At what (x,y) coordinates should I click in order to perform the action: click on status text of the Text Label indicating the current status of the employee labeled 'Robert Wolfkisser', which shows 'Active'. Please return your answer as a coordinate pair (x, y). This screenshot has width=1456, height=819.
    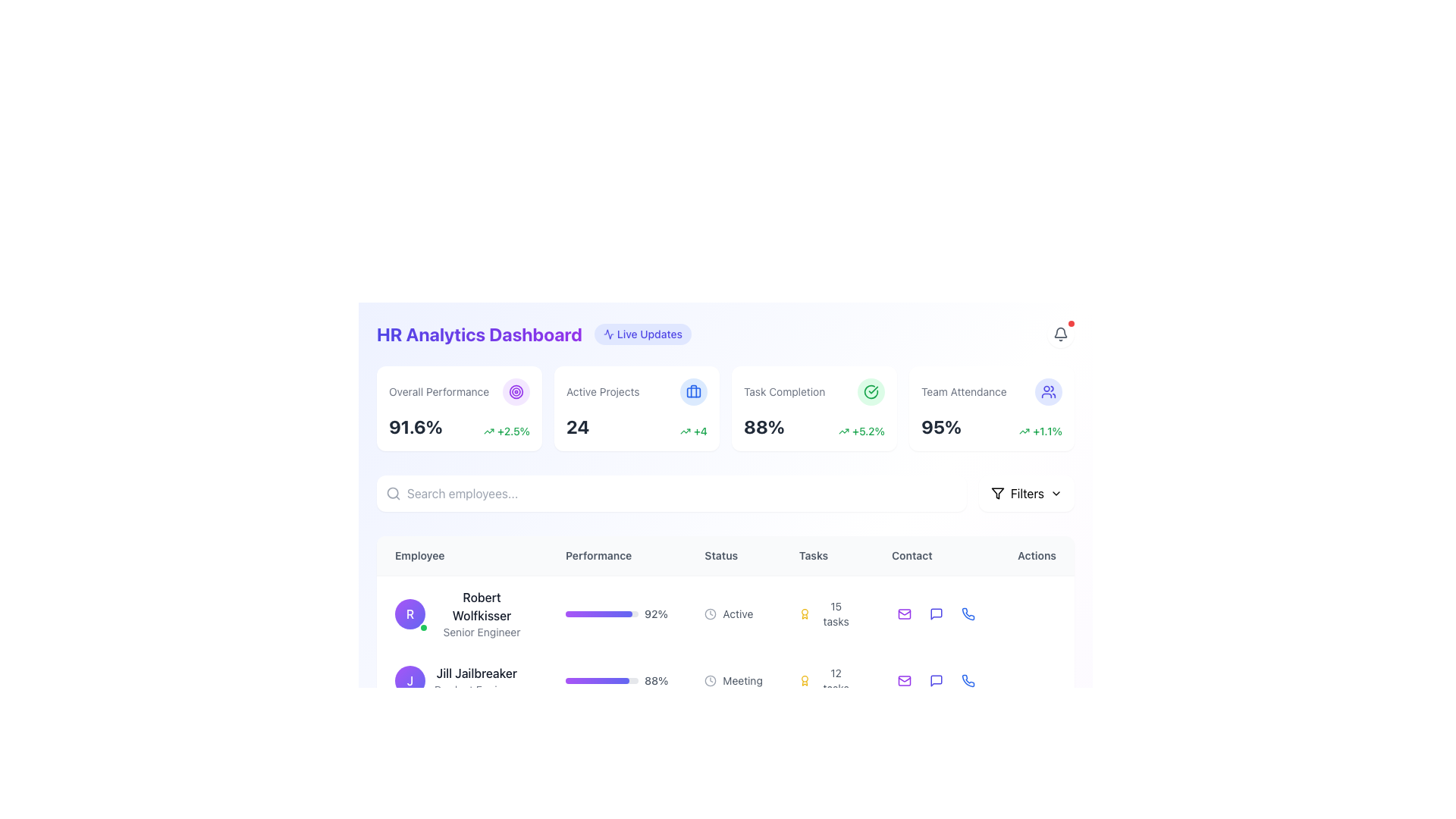
    Looking at the image, I should click on (738, 614).